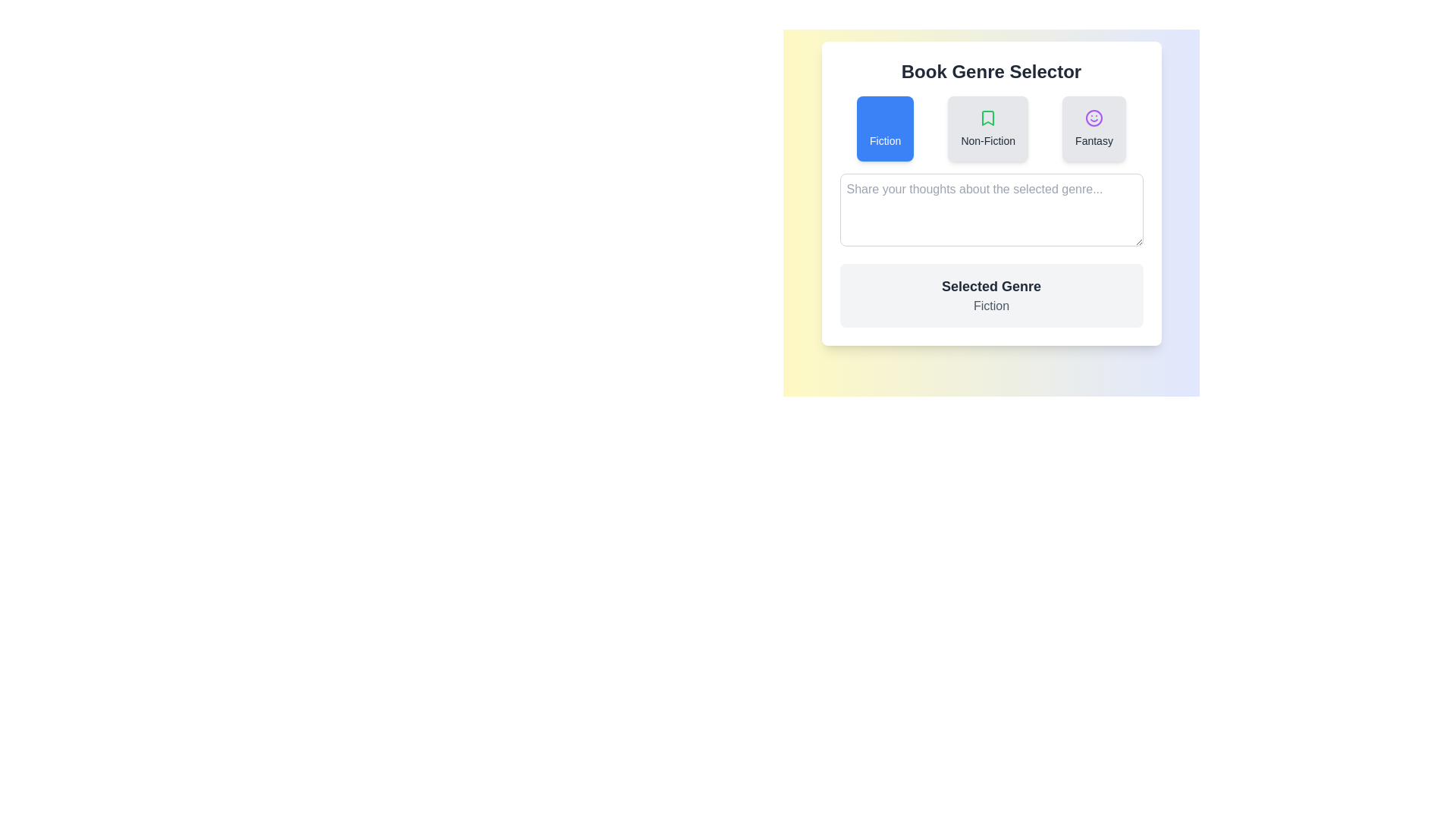  What do you see at coordinates (1094, 117) in the screenshot?
I see `the outline of the smiley face icon within the 'Fantasy' button located in the upper-right corner of the 'Book Genre Selector' card` at bounding box center [1094, 117].